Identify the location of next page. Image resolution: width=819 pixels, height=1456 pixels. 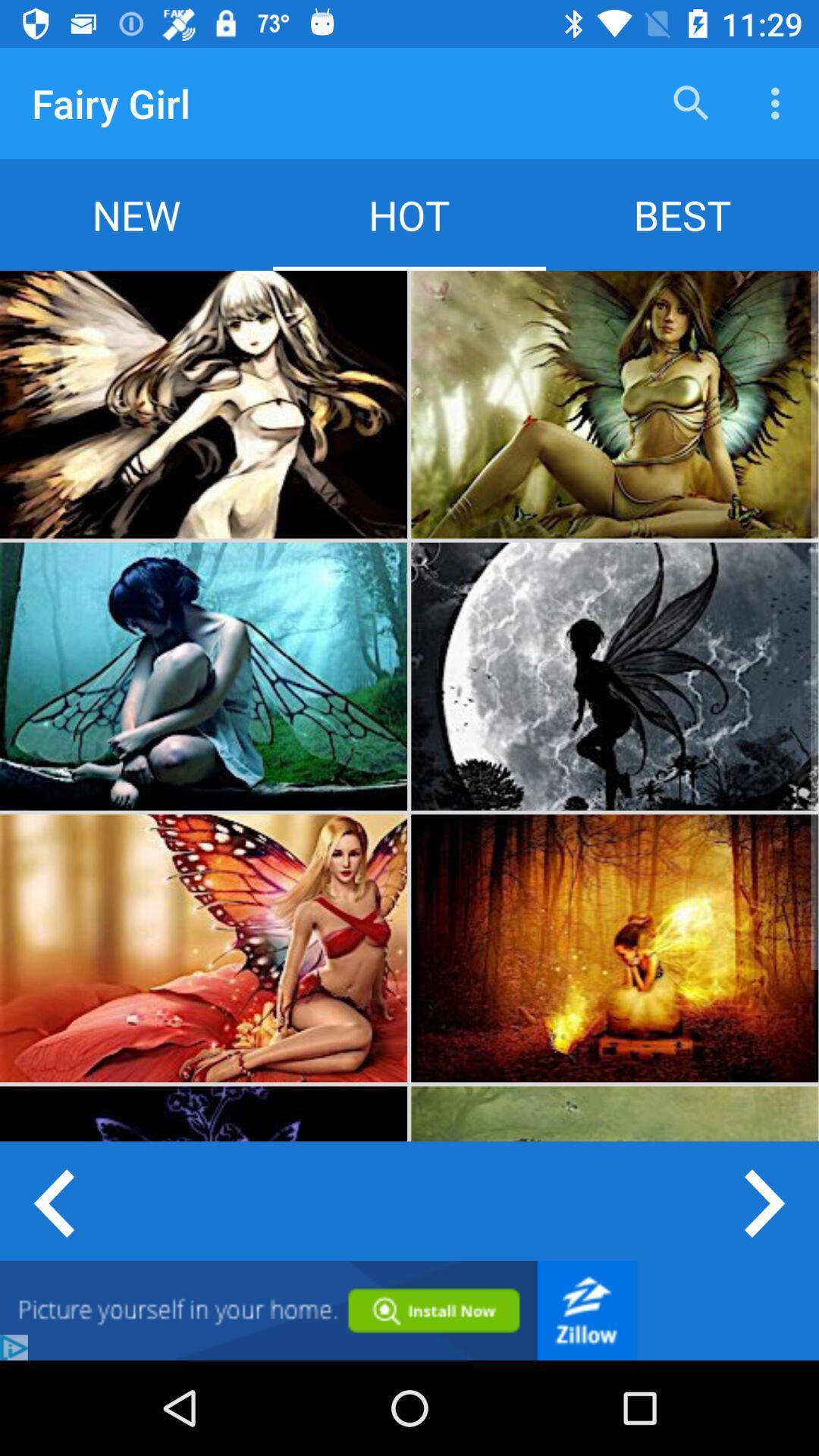
(766, 1200).